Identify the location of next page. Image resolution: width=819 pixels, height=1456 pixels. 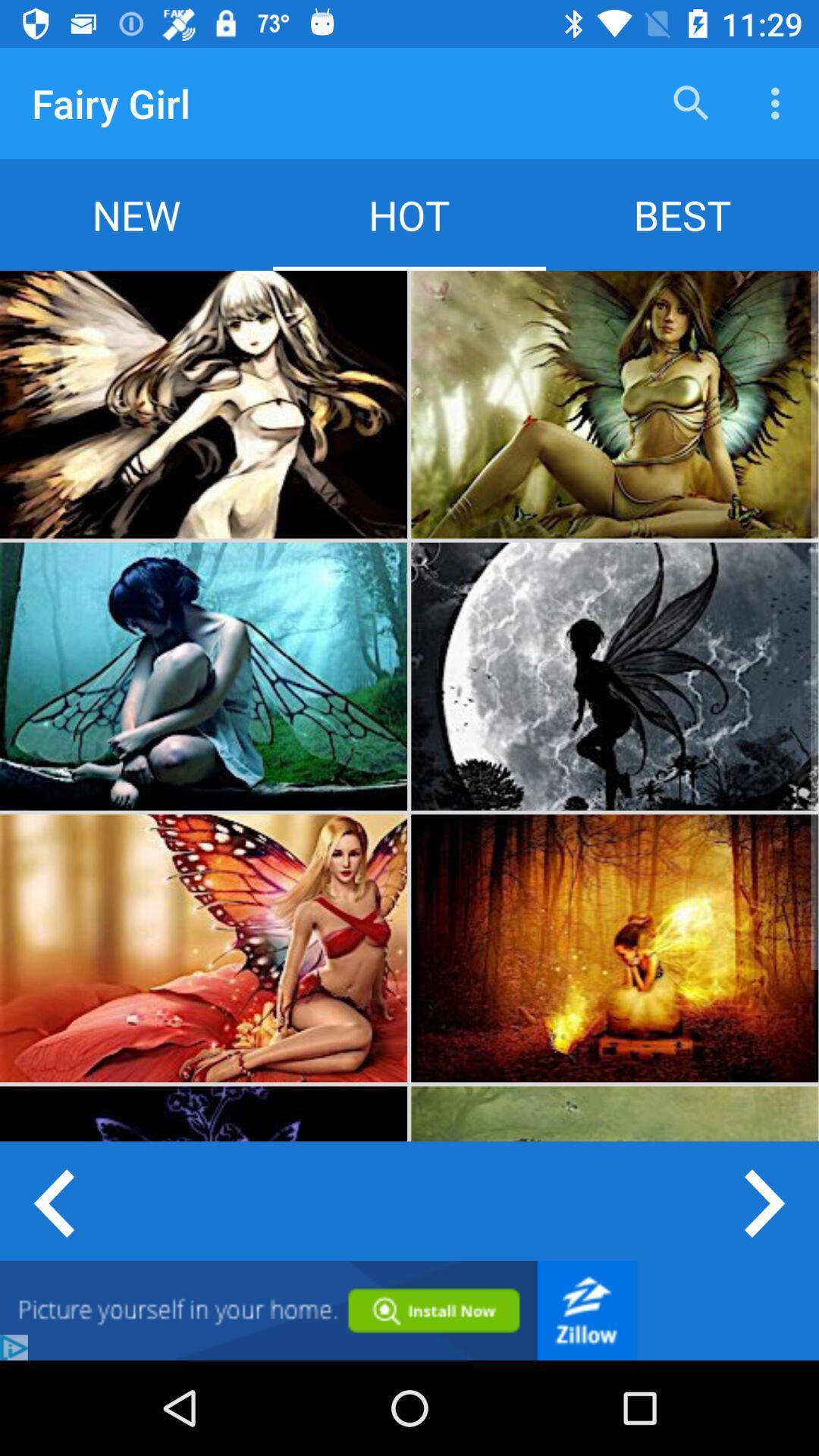
(766, 1200).